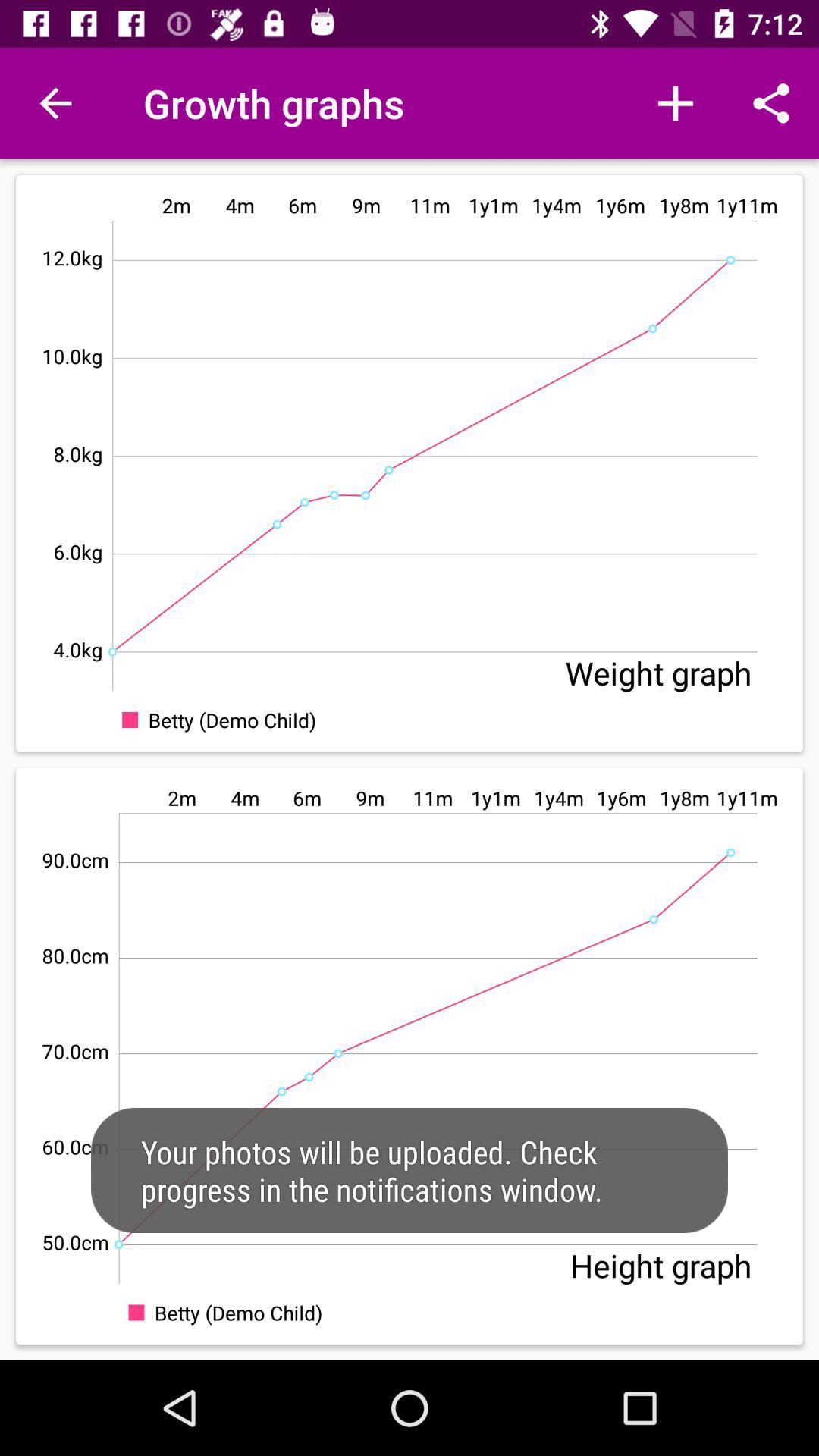 The width and height of the screenshot is (819, 1456). Describe the element at coordinates (55, 102) in the screenshot. I see `the item at the top left corner` at that location.